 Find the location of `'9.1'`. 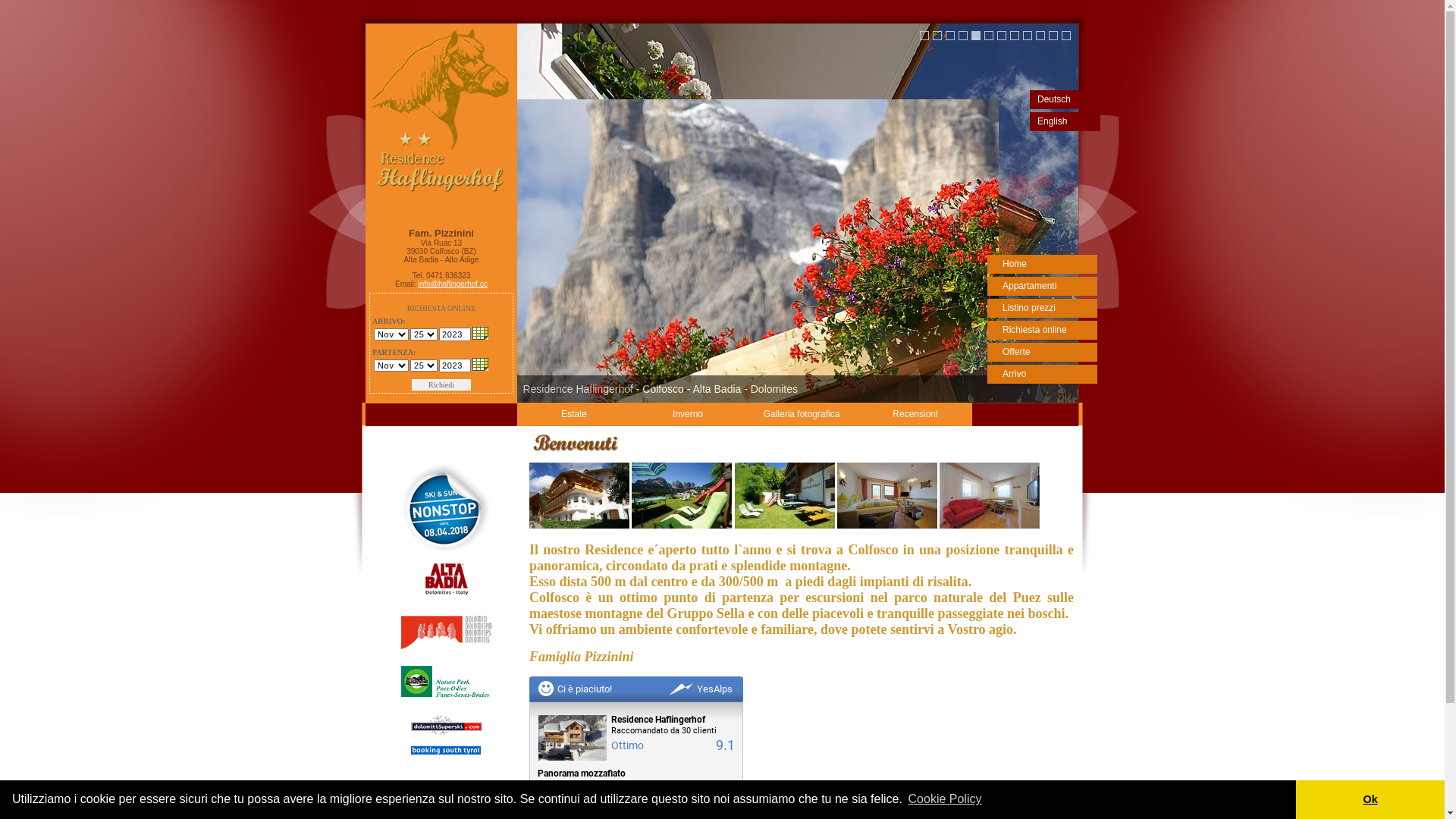

'9.1' is located at coordinates (724, 744).